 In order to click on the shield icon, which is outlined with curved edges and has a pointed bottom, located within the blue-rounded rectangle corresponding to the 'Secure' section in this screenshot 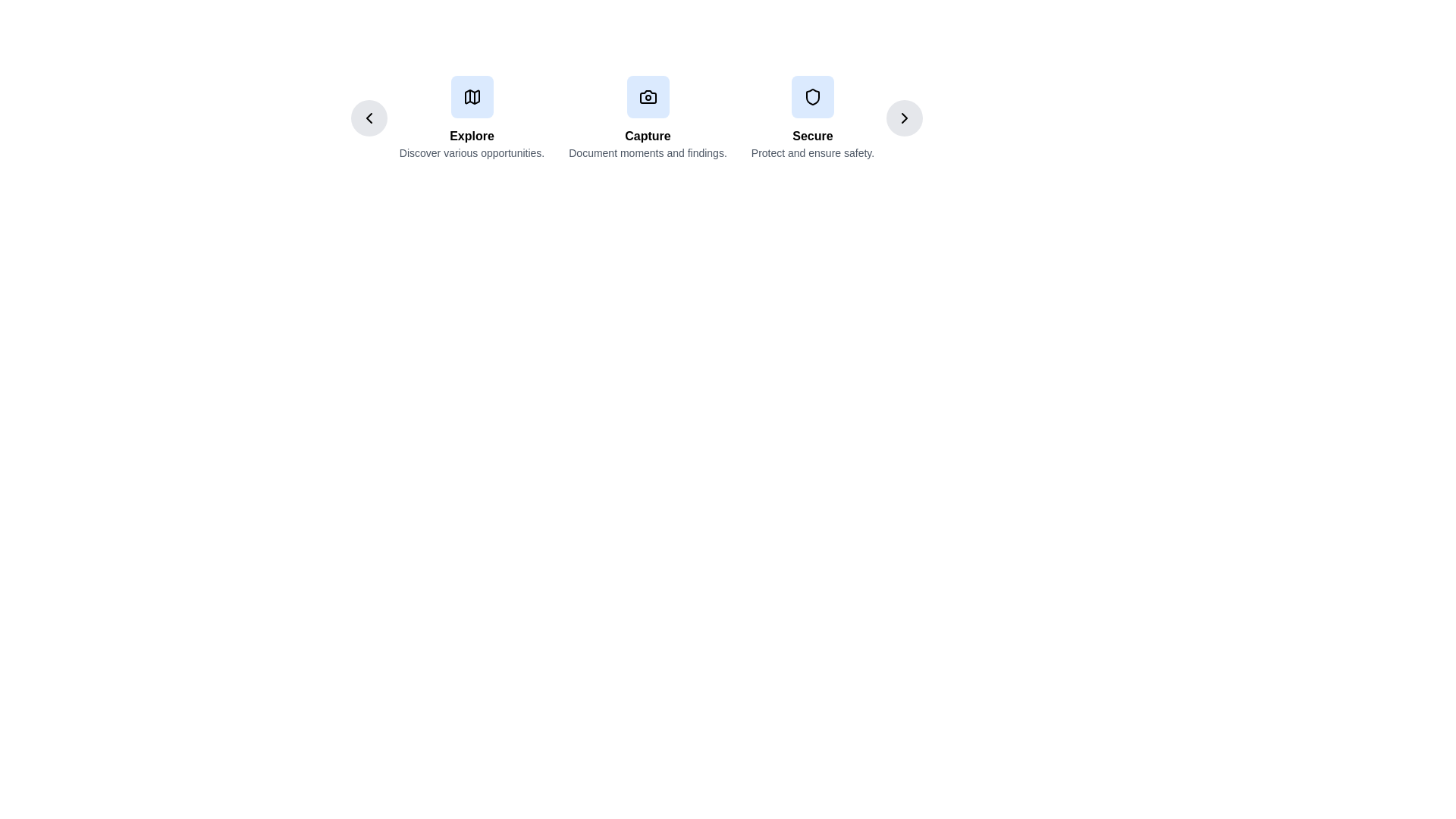, I will do `click(811, 96)`.